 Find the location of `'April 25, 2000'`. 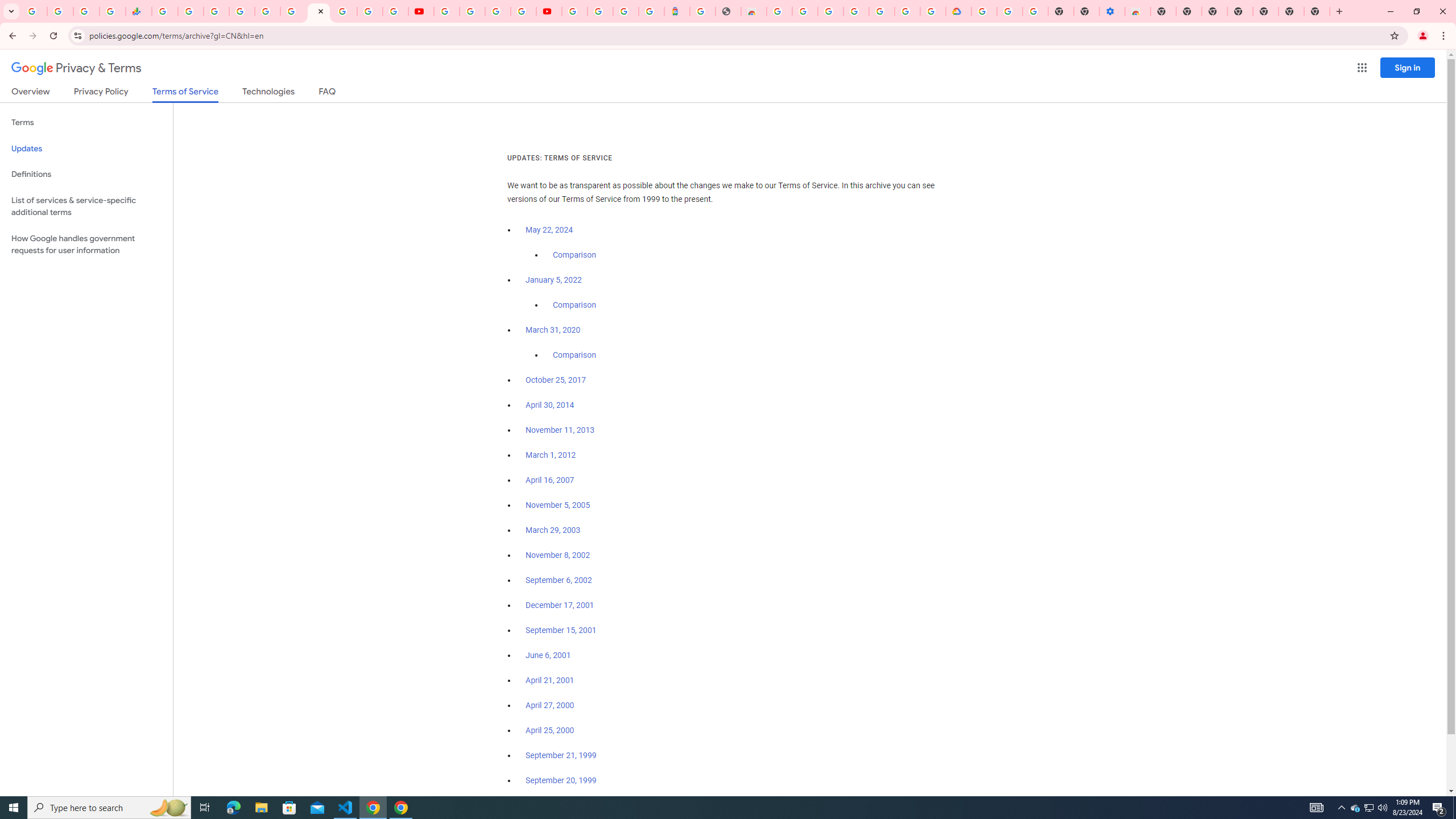

'April 25, 2000' is located at coordinates (549, 729).